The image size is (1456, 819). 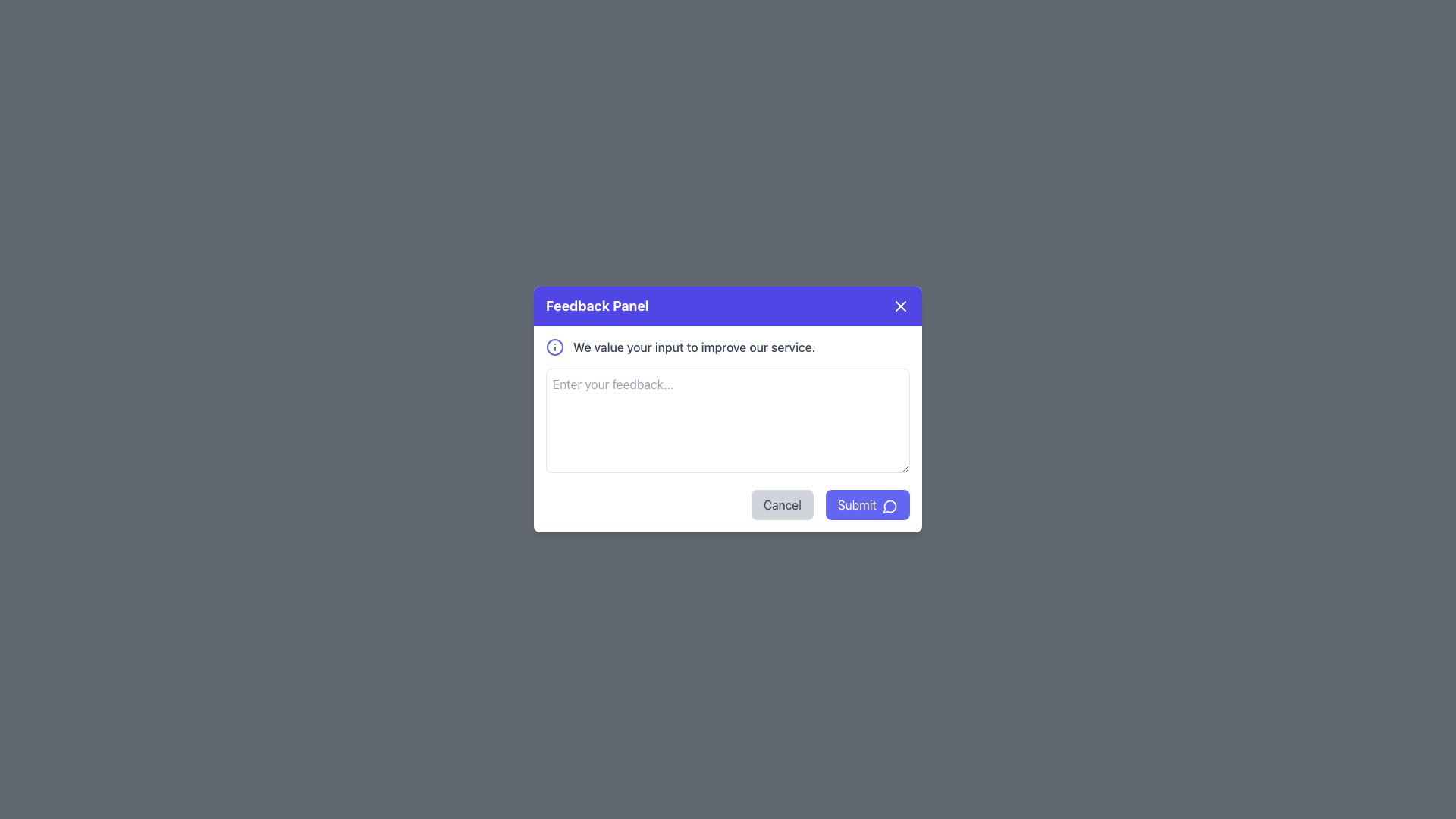 What do you see at coordinates (596, 306) in the screenshot?
I see `the 'Feedback Panel' text label, which is located at the top center of the feedback panel header, featuring bold white text on a purple background` at bounding box center [596, 306].